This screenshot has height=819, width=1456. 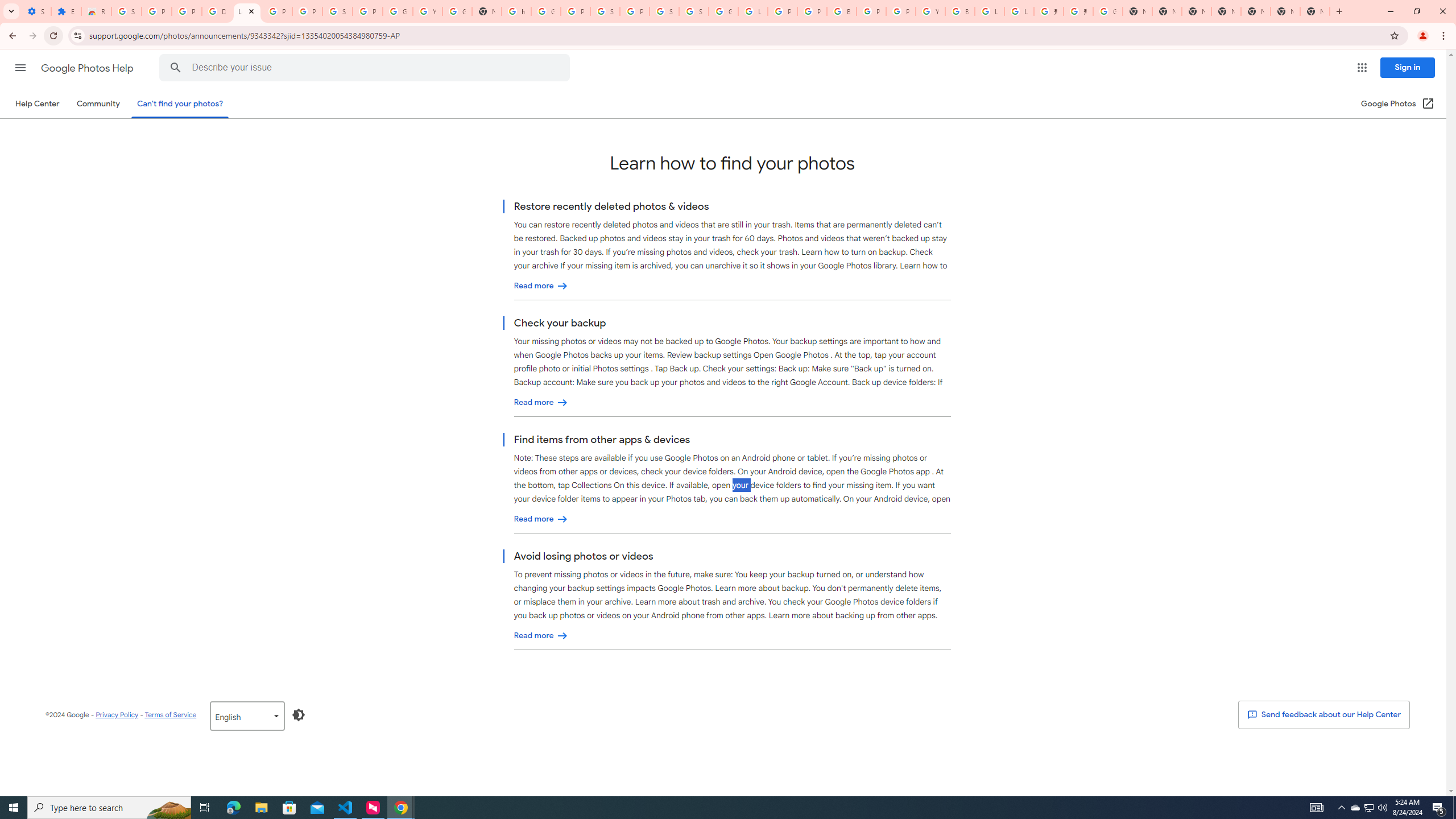 What do you see at coordinates (176, 67) in the screenshot?
I see `'Search Help Center'` at bounding box center [176, 67].